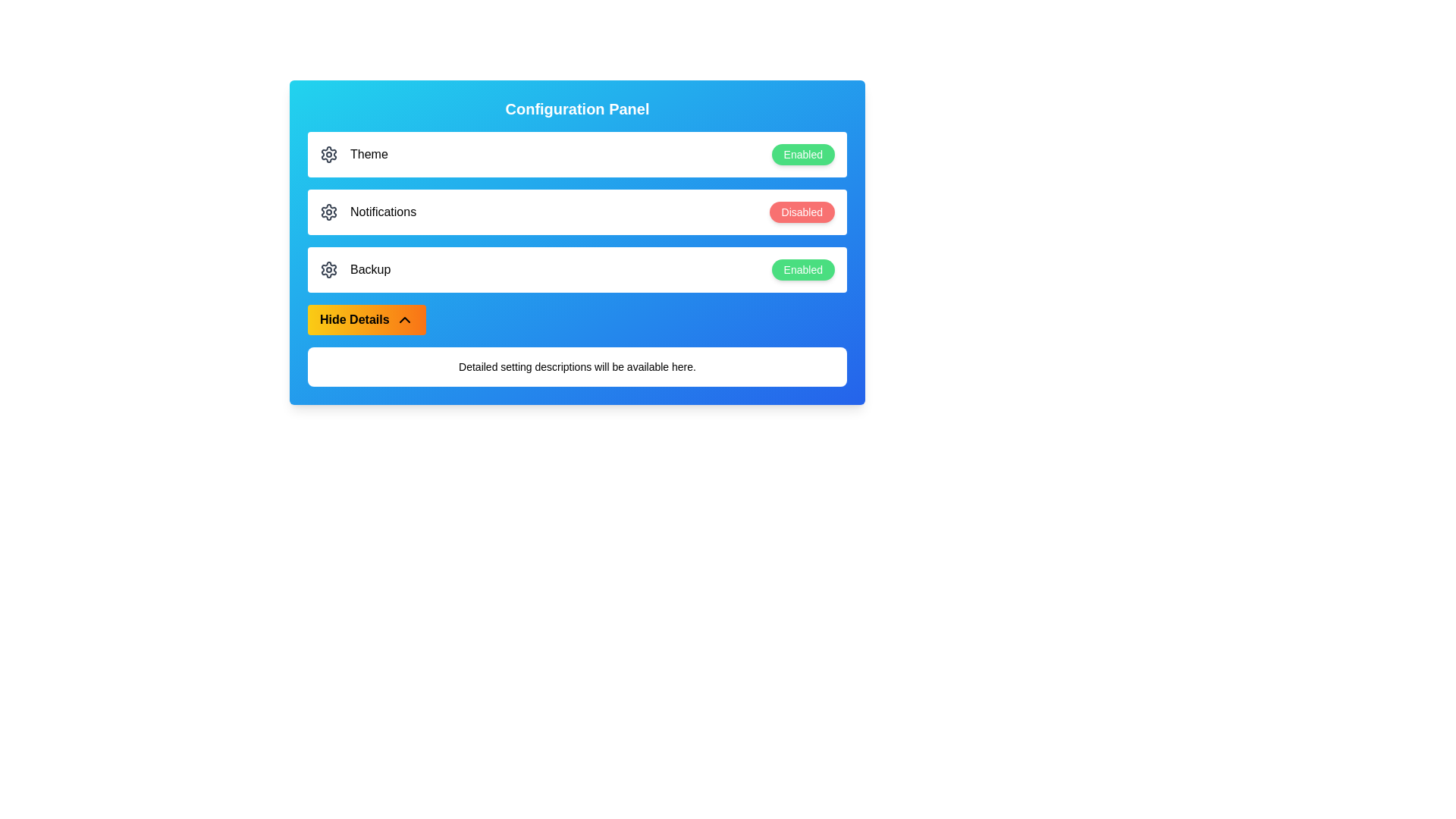  Describe the element at coordinates (366, 318) in the screenshot. I see `'Hide Details' button to toggle the details section` at that location.